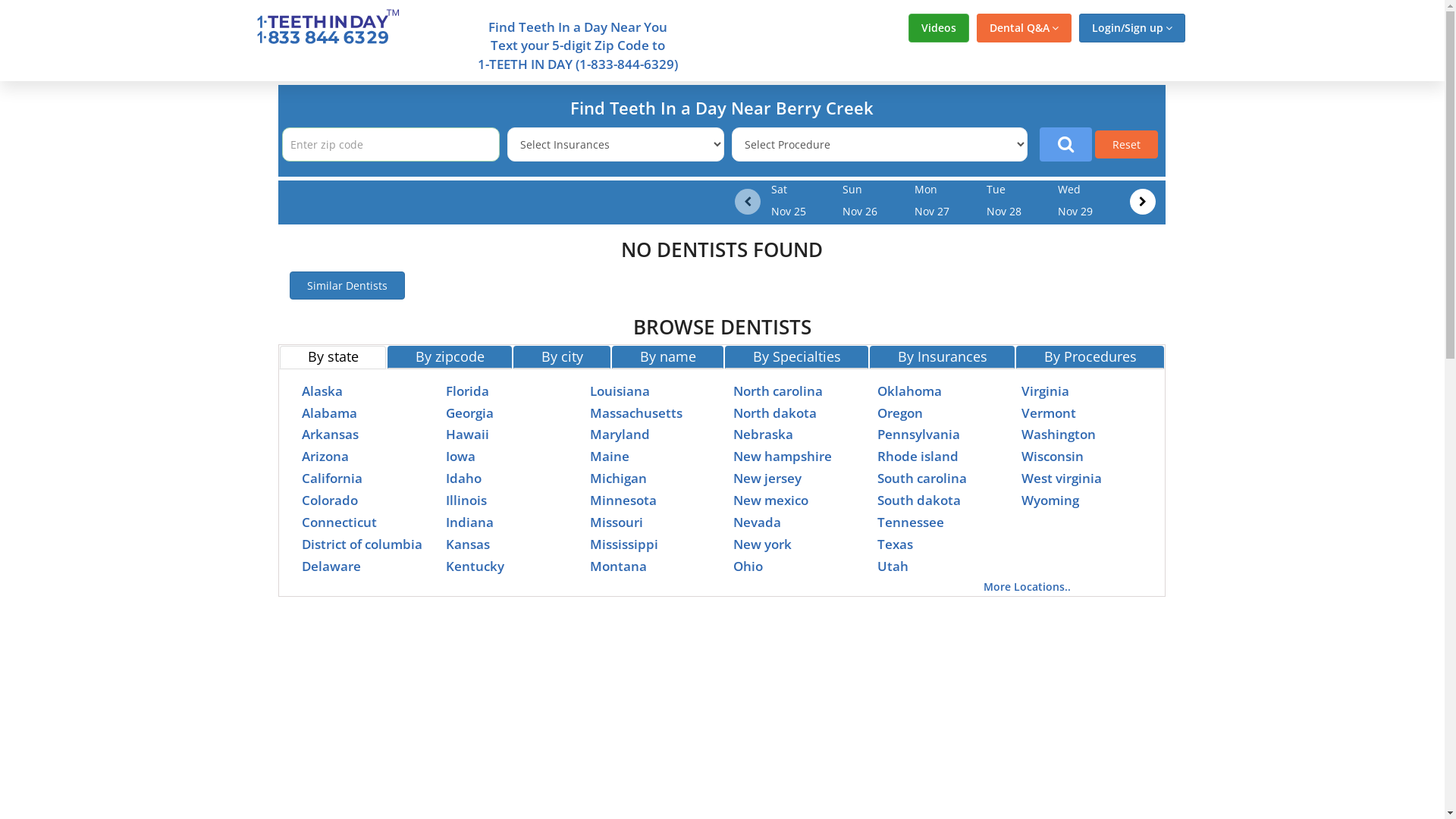 This screenshot has width=1456, height=819. What do you see at coordinates (618, 478) in the screenshot?
I see `'Michigan'` at bounding box center [618, 478].